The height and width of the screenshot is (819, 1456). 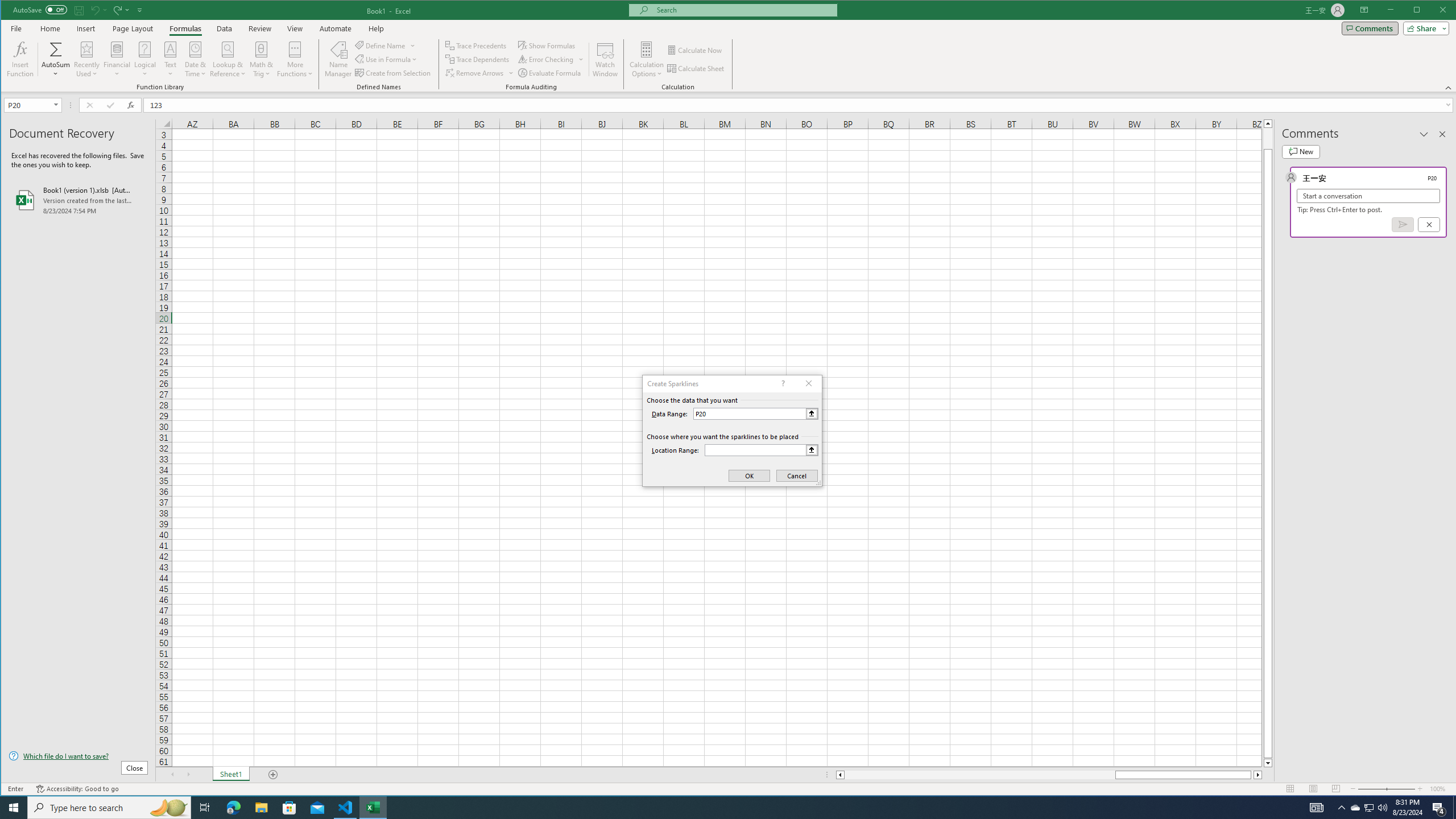 What do you see at coordinates (227, 59) in the screenshot?
I see `'Lookup & Reference'` at bounding box center [227, 59].